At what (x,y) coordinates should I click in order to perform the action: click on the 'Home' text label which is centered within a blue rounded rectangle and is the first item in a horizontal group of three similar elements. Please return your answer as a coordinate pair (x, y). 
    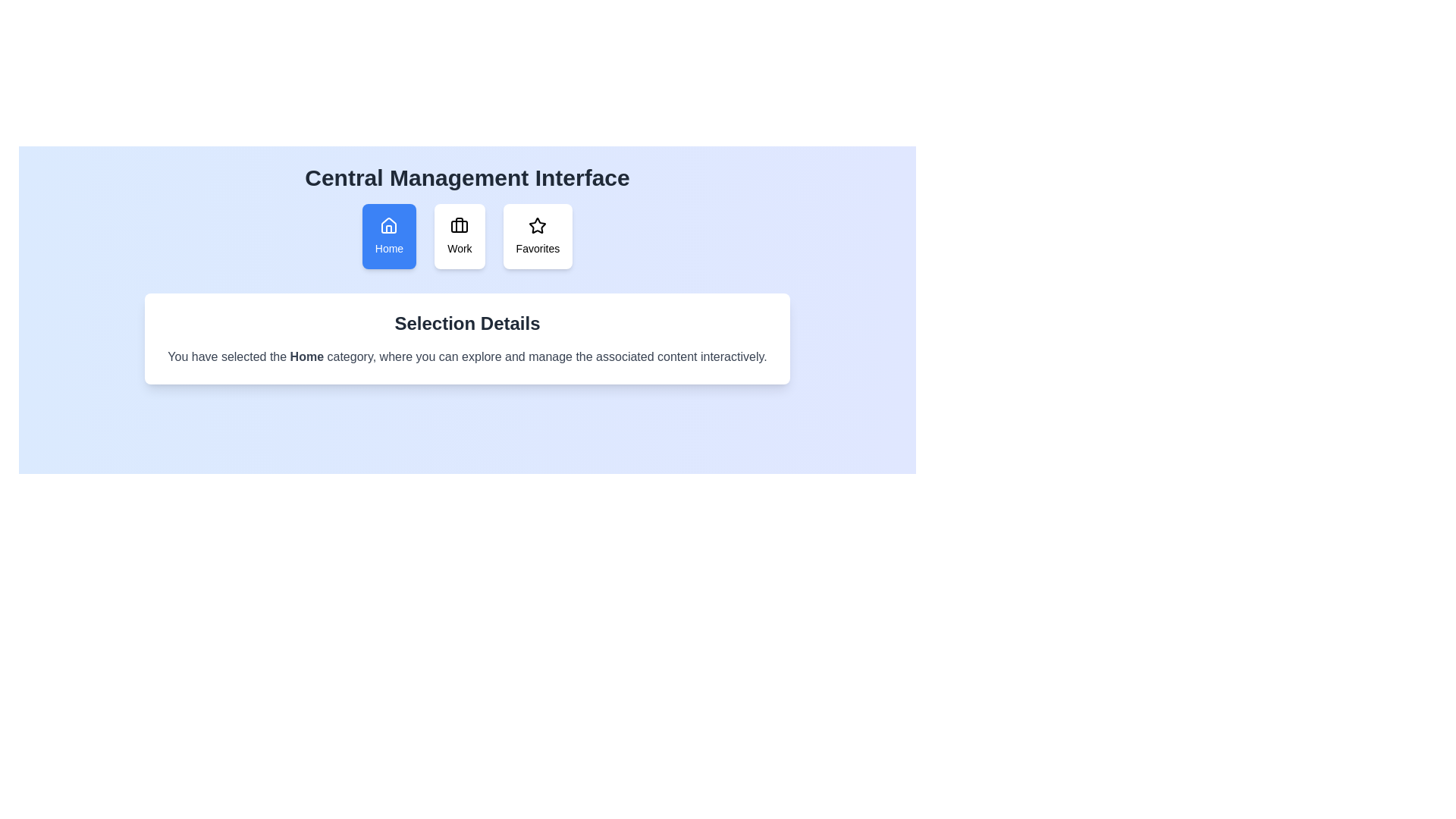
    Looking at the image, I should click on (389, 247).